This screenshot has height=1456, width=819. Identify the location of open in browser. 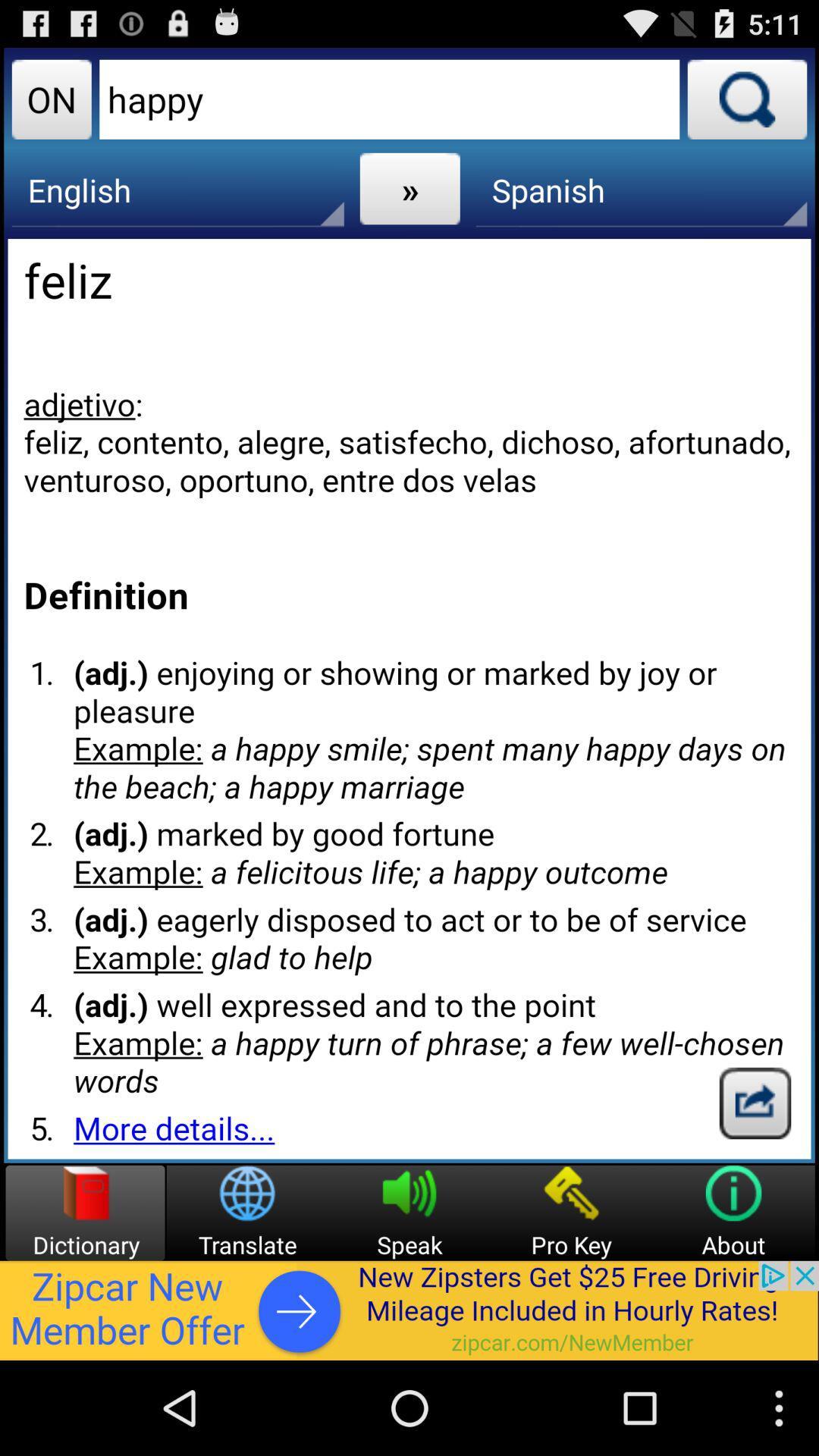
(755, 1103).